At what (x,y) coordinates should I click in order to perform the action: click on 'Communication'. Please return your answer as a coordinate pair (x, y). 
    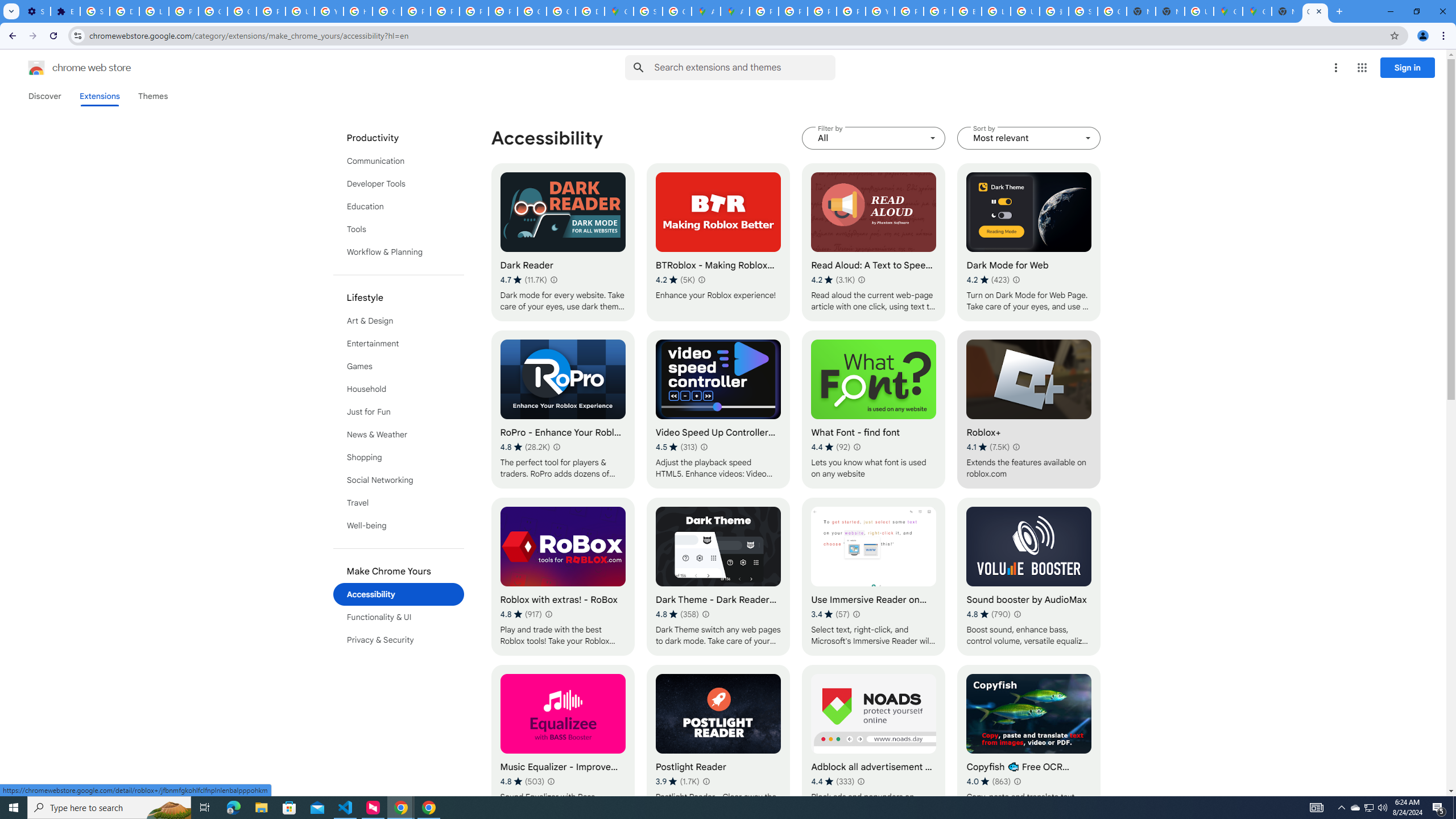
    Looking at the image, I should click on (399, 160).